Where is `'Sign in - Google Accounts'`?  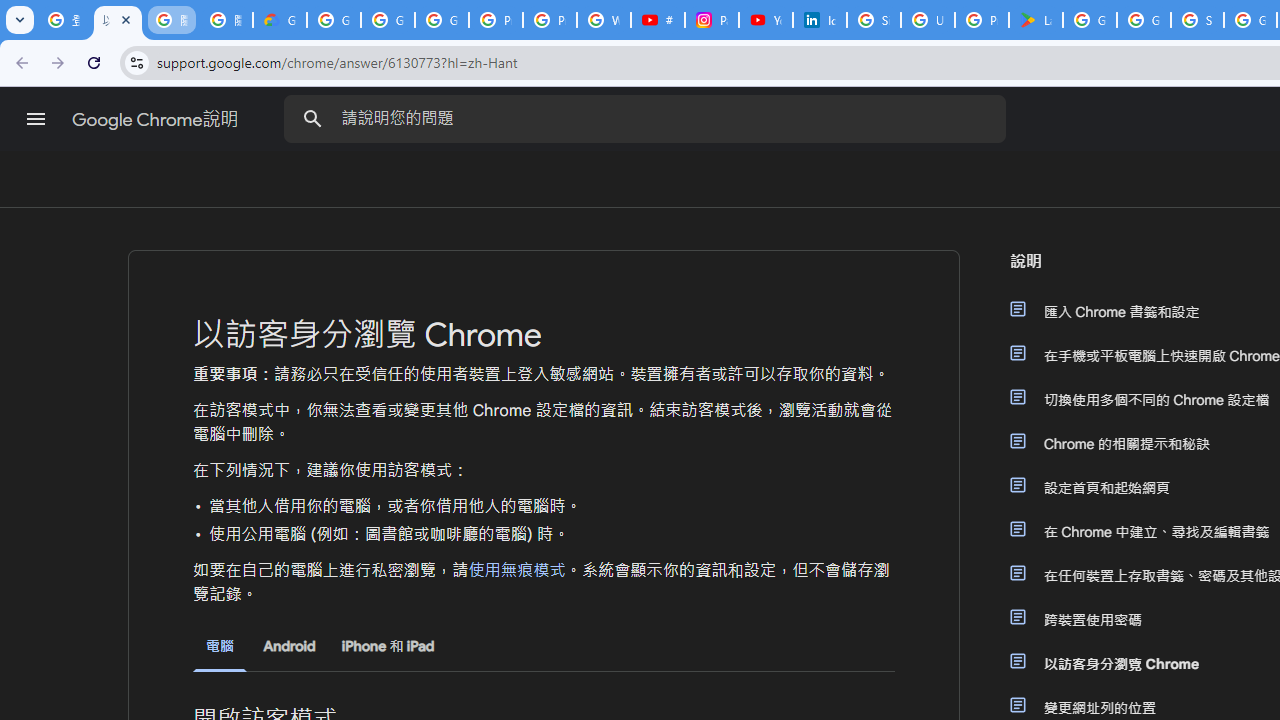 'Sign in - Google Accounts' is located at coordinates (874, 20).